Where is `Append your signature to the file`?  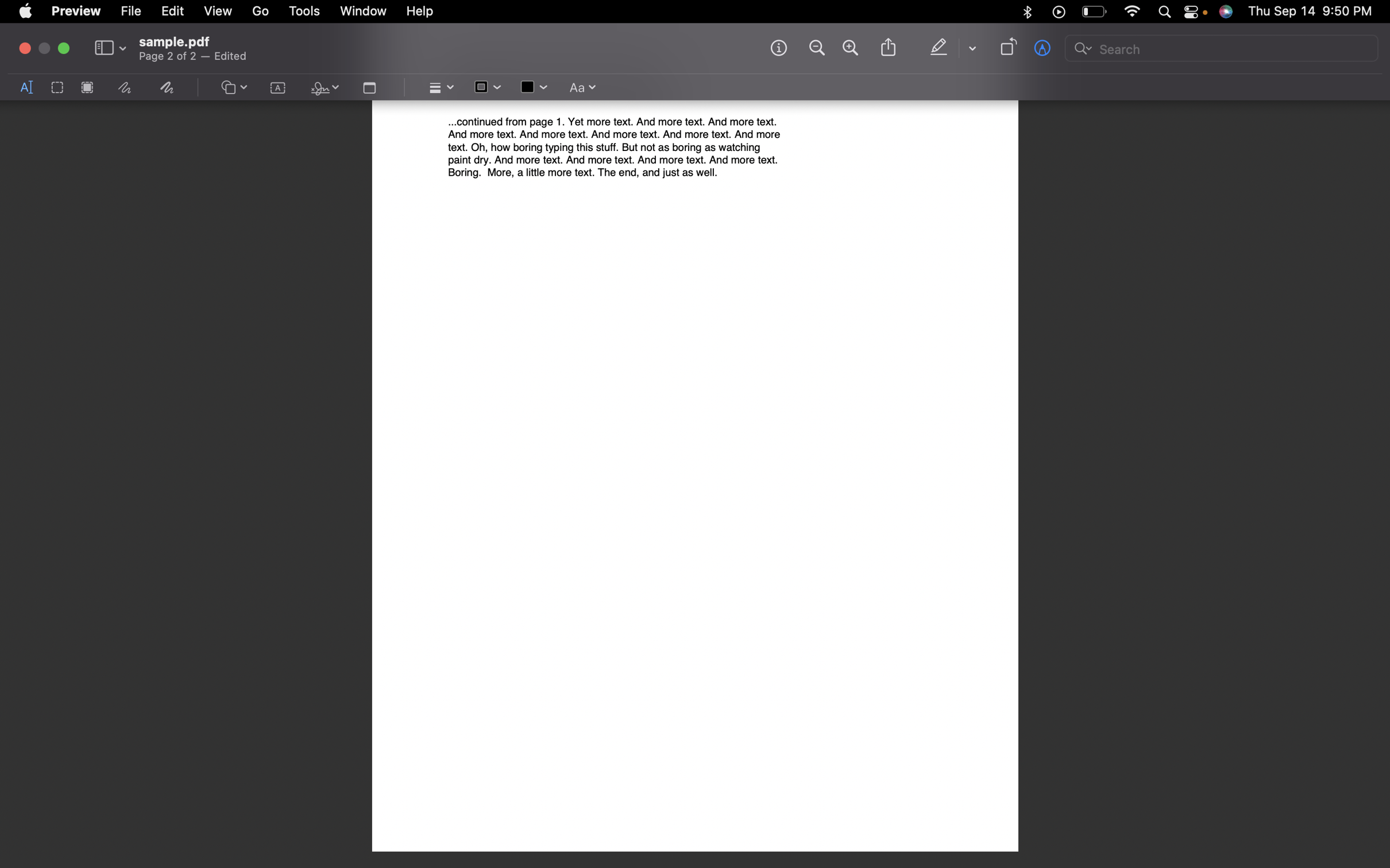
Append your signature to the file is located at coordinates (322, 88).